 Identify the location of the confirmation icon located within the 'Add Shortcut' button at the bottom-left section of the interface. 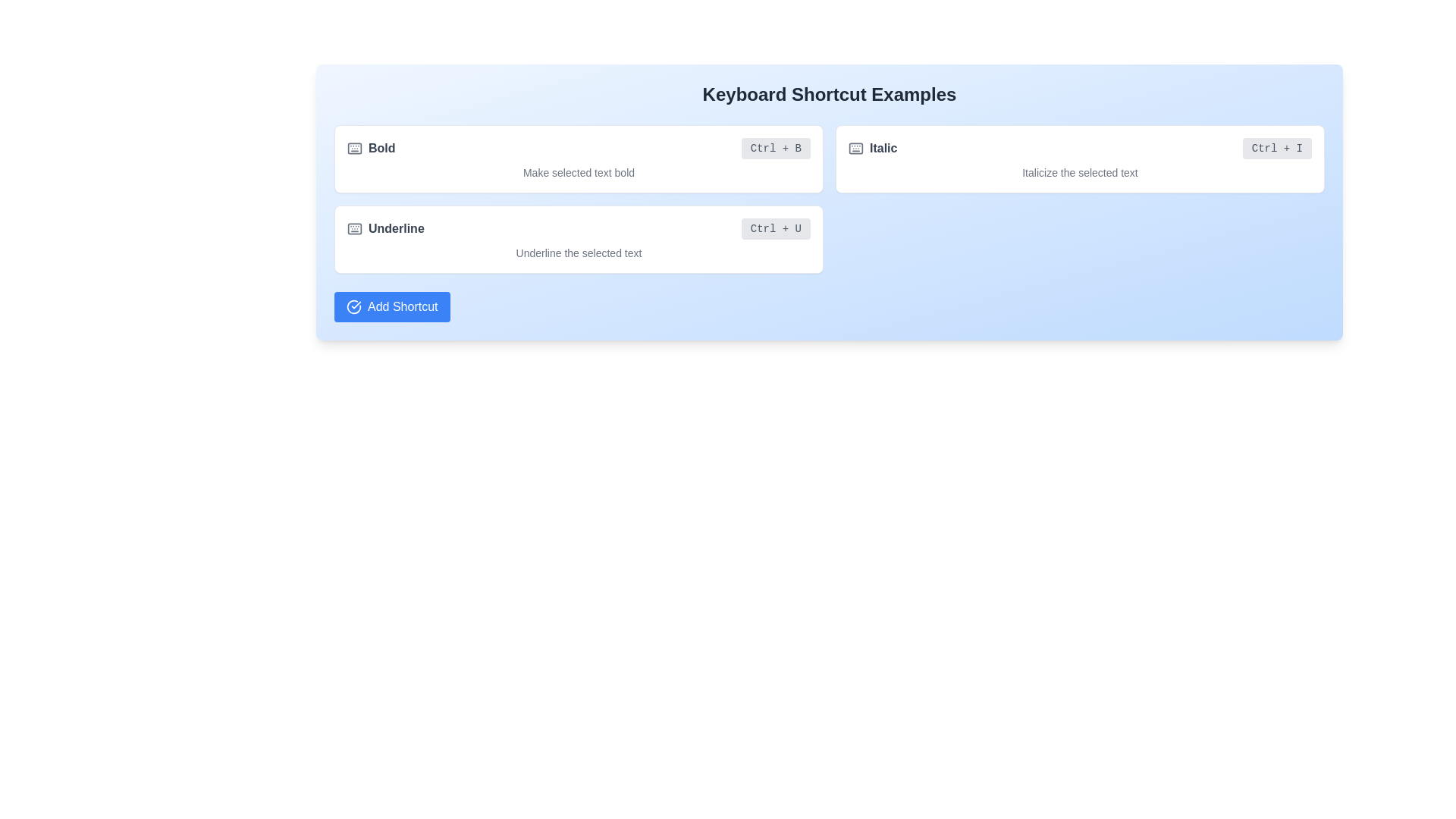
(353, 307).